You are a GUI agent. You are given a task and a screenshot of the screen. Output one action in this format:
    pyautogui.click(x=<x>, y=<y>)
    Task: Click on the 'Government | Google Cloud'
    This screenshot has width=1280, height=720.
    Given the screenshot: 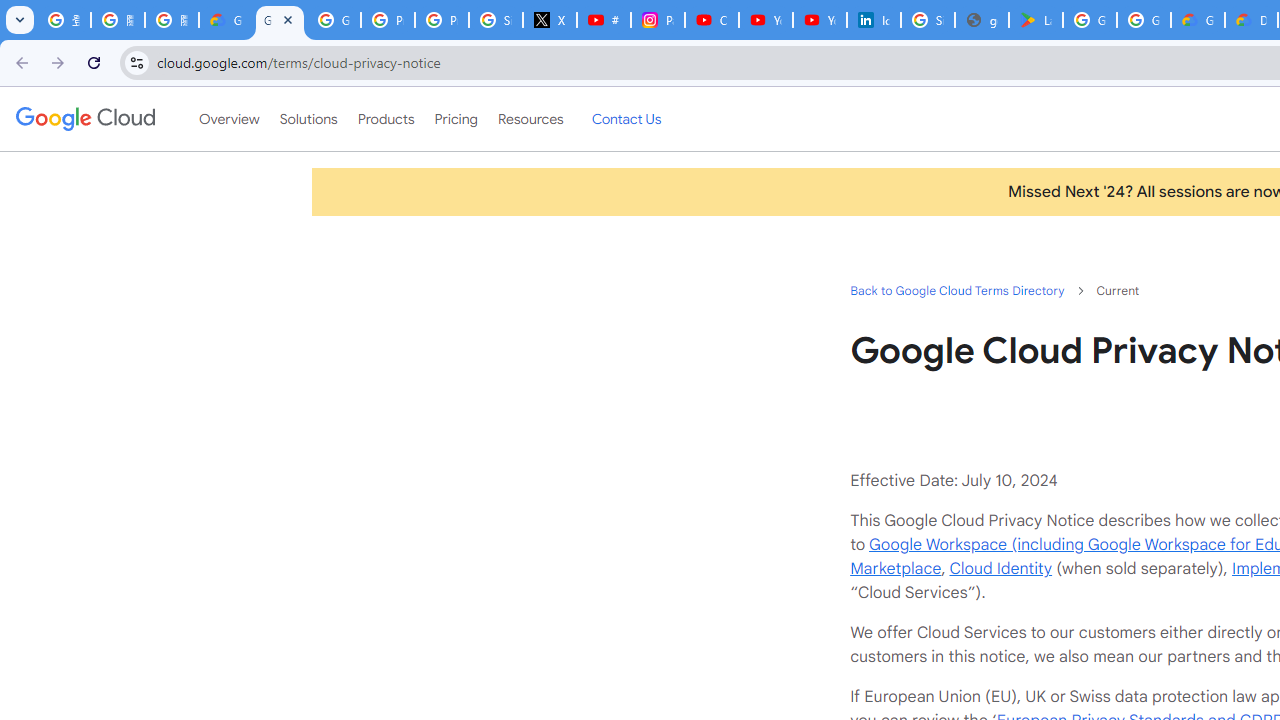 What is the action you would take?
    pyautogui.click(x=1198, y=20)
    